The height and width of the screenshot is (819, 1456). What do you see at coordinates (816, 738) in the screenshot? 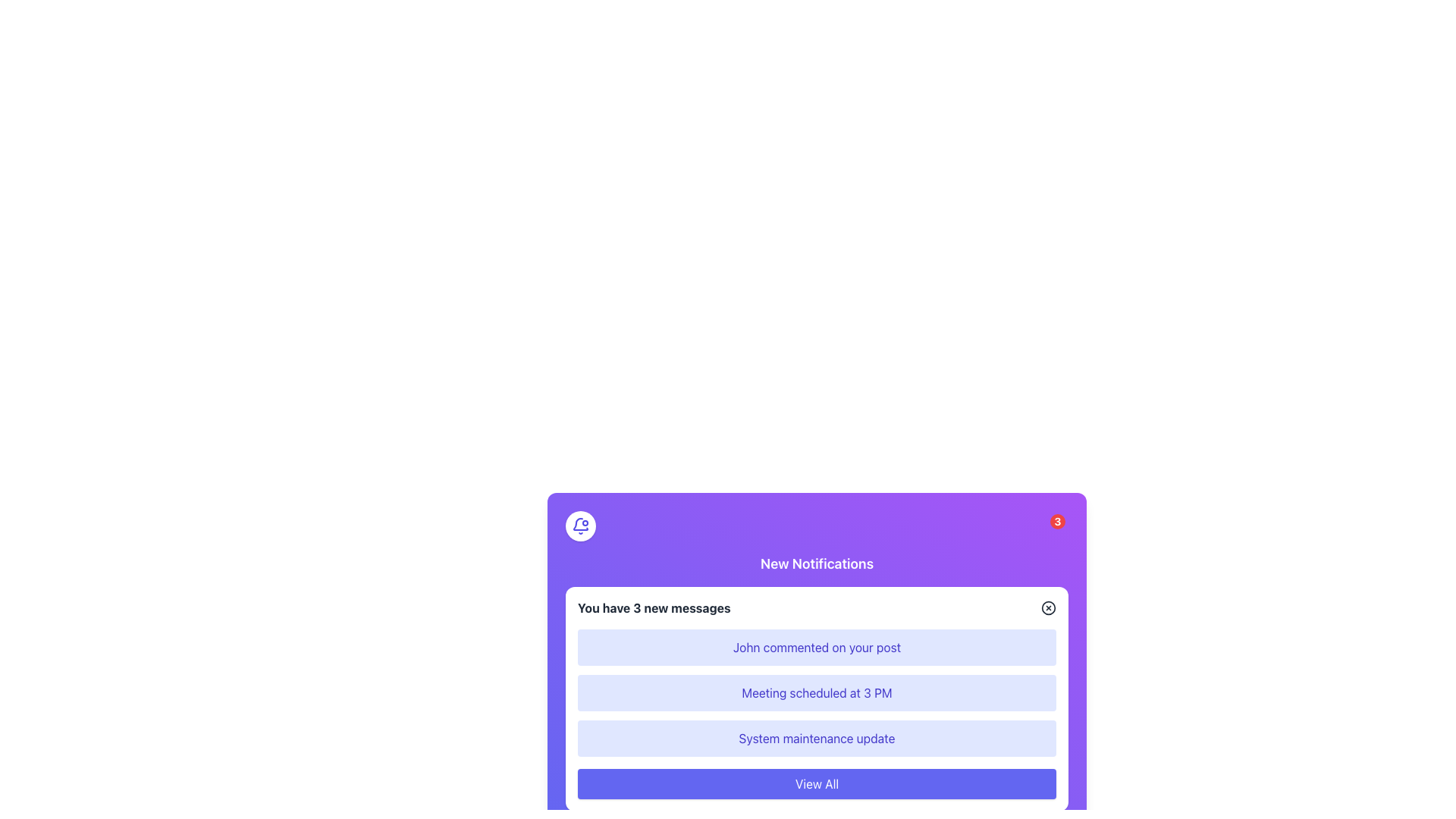
I see `notification message in the third notification block with rounded corners and a light indigo background that reads 'System maintenance update.'` at bounding box center [816, 738].